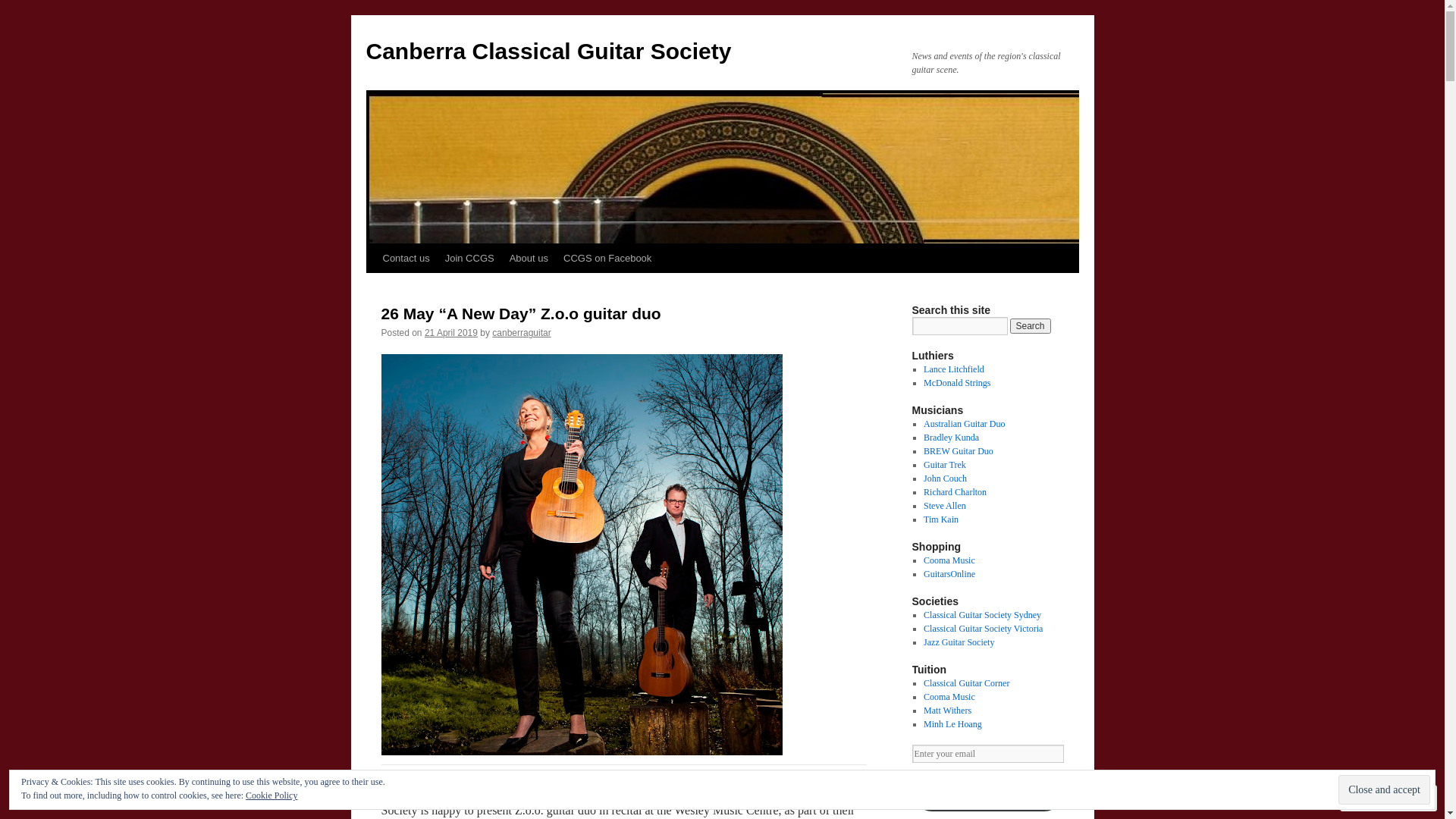  What do you see at coordinates (954, 491) in the screenshot?
I see `'Richard Charlton'` at bounding box center [954, 491].